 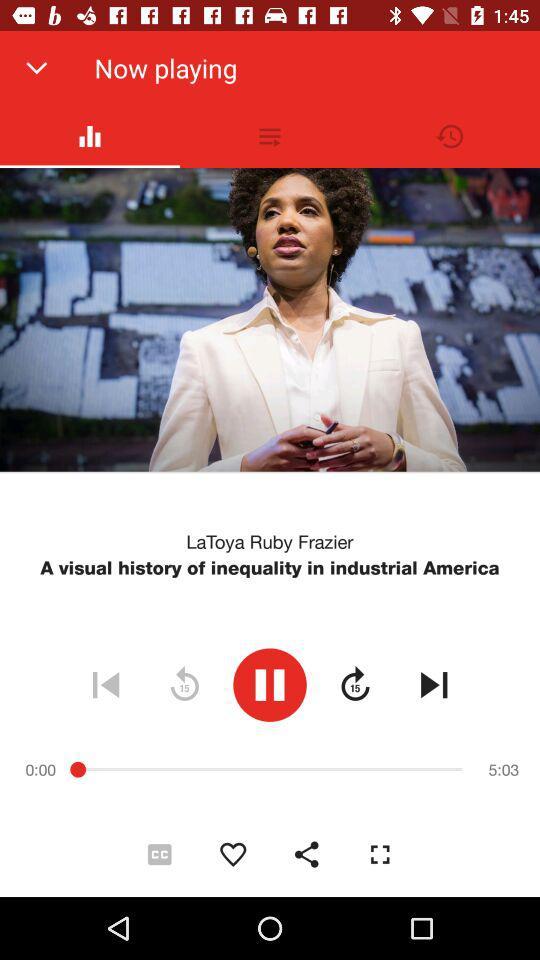 I want to click on the refresh icon, so click(x=184, y=684).